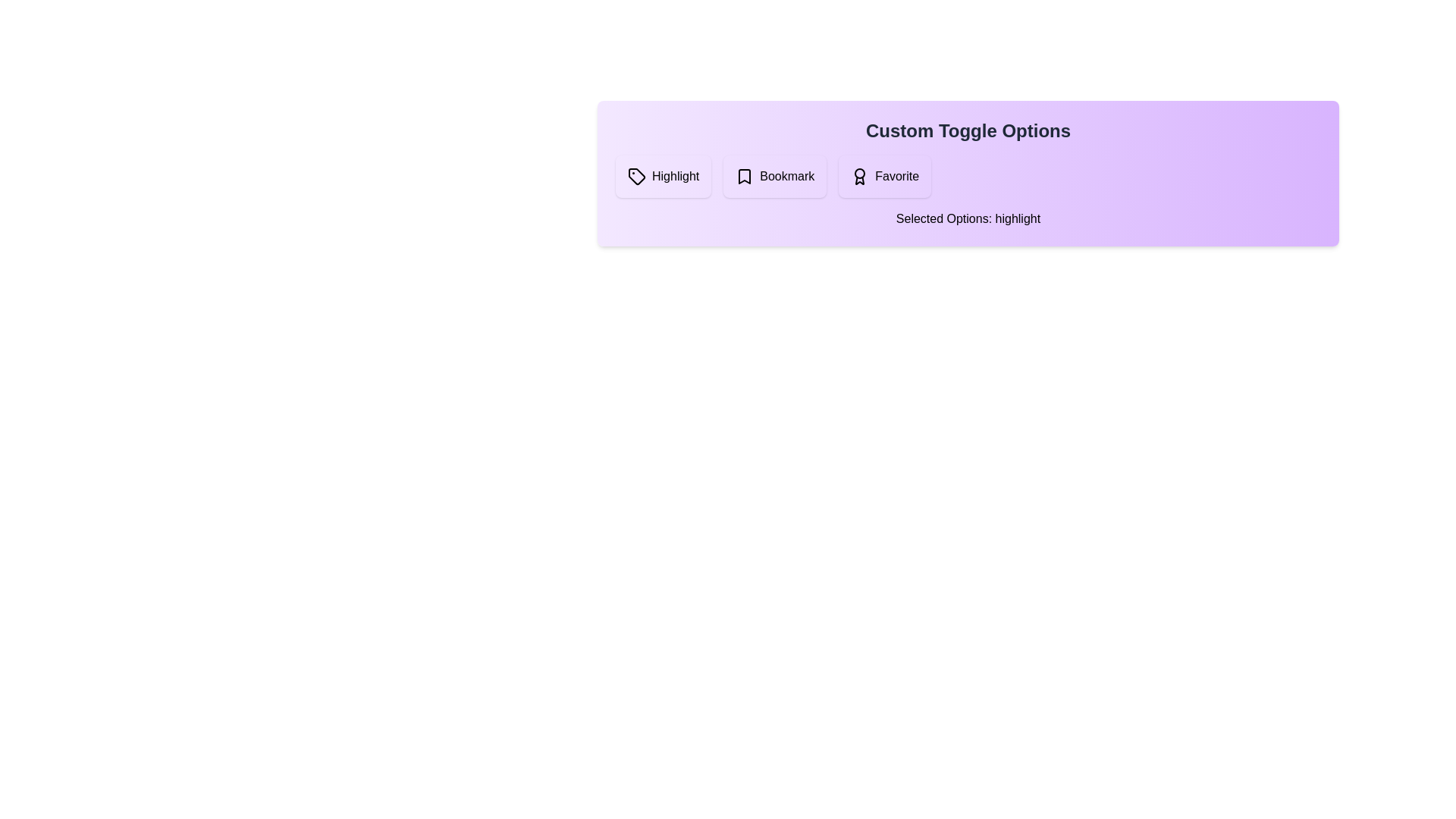  I want to click on the 'Favorite' button to toggle its state, so click(884, 175).